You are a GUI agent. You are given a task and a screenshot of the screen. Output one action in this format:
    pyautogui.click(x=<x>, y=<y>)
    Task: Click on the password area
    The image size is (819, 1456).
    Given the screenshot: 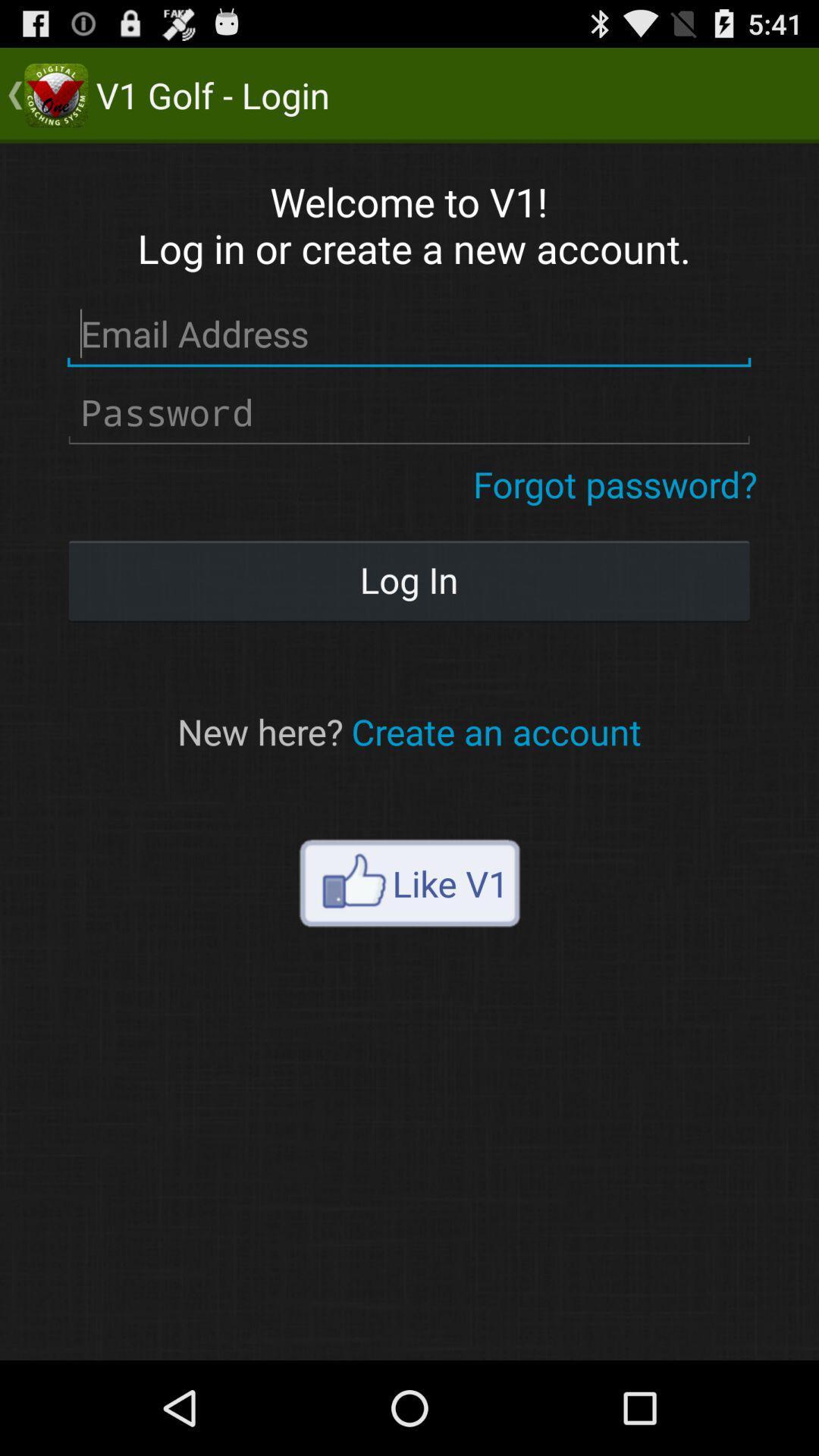 What is the action you would take?
    pyautogui.click(x=408, y=413)
    